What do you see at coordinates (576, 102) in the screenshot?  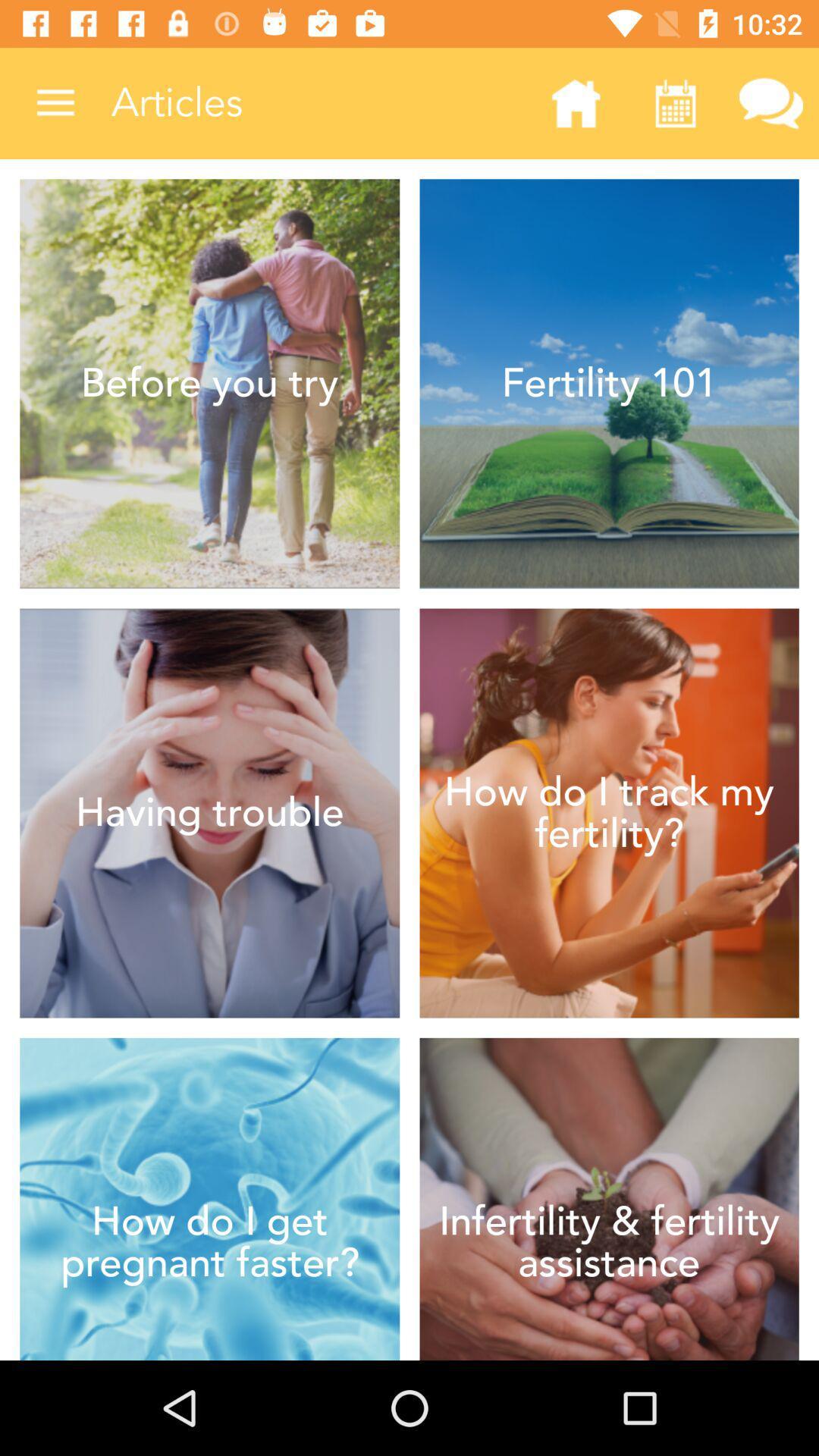 I see `icon to the right of the articles` at bounding box center [576, 102].